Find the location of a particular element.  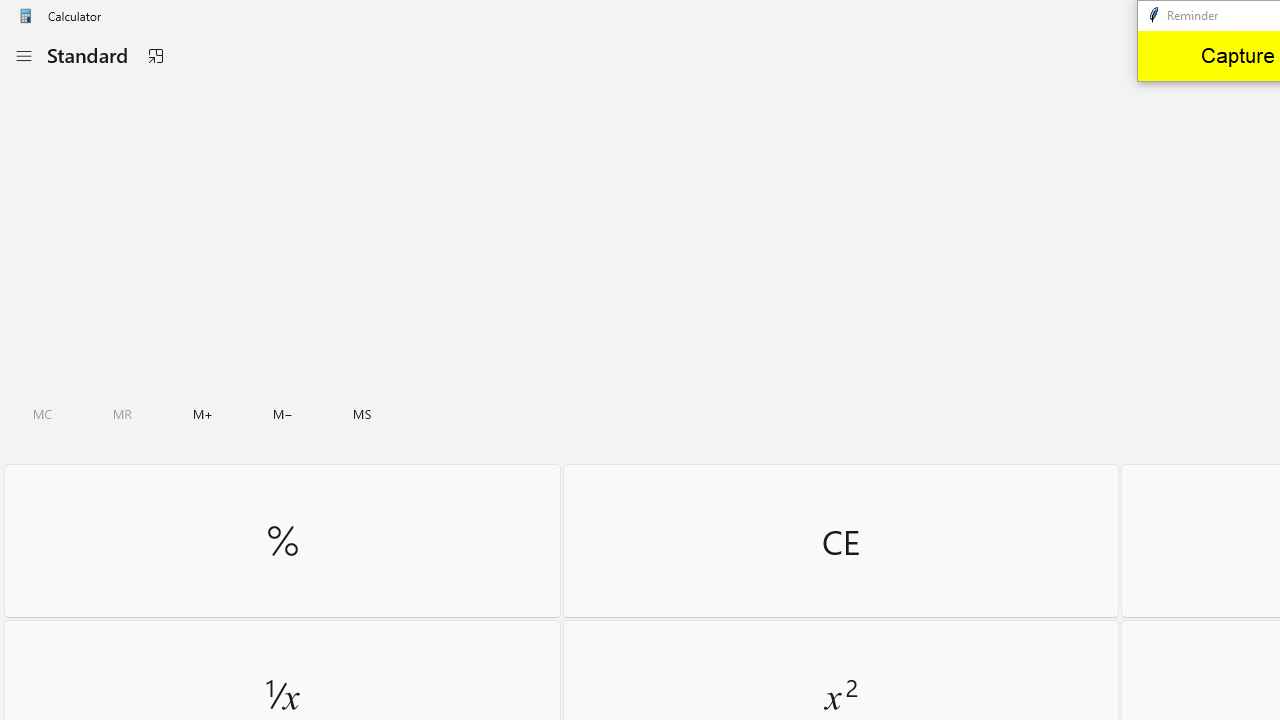

'Open Navigation' is located at coordinates (23, 55).